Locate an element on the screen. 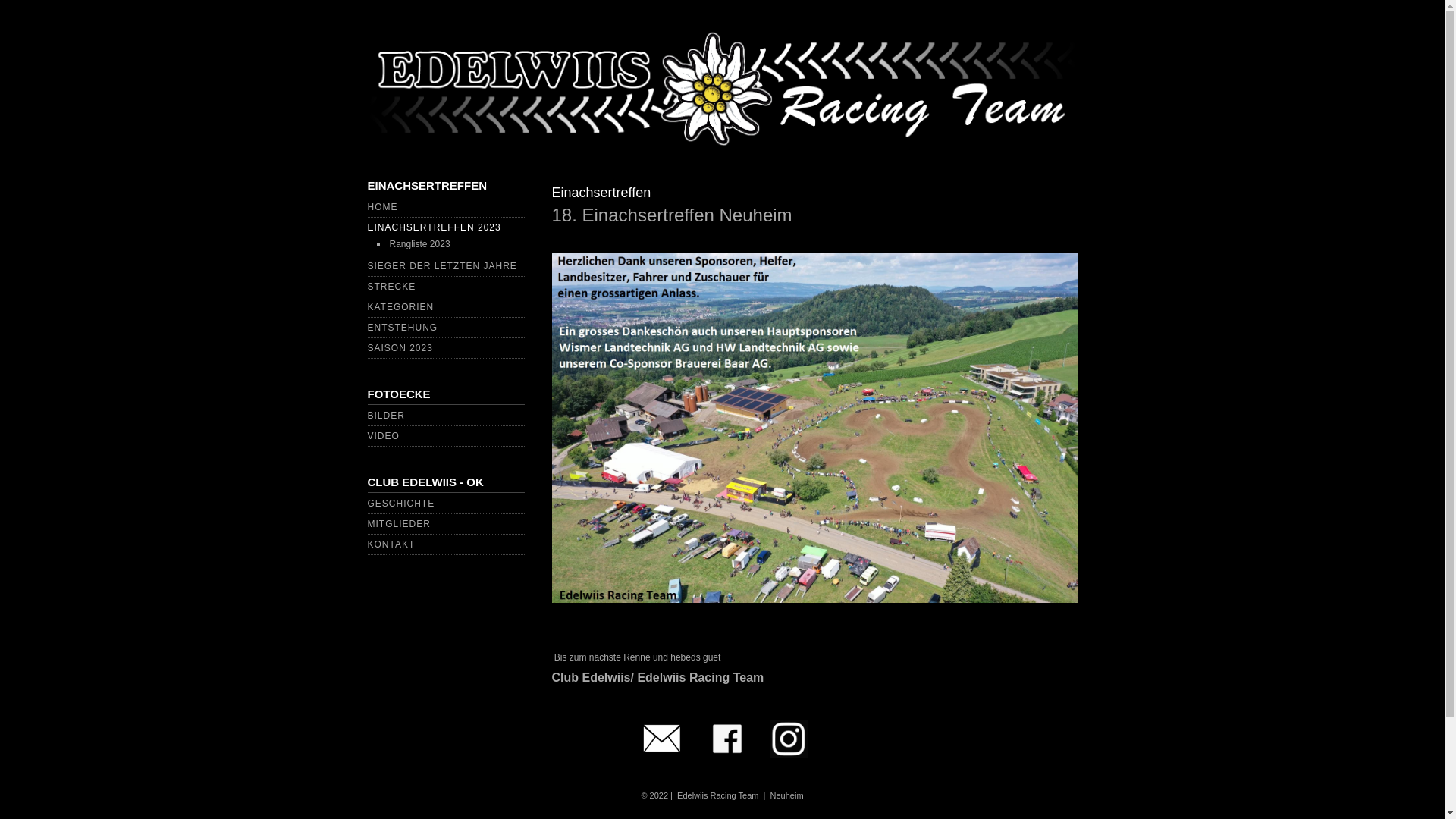  'VIDEO' is located at coordinates (382, 435).